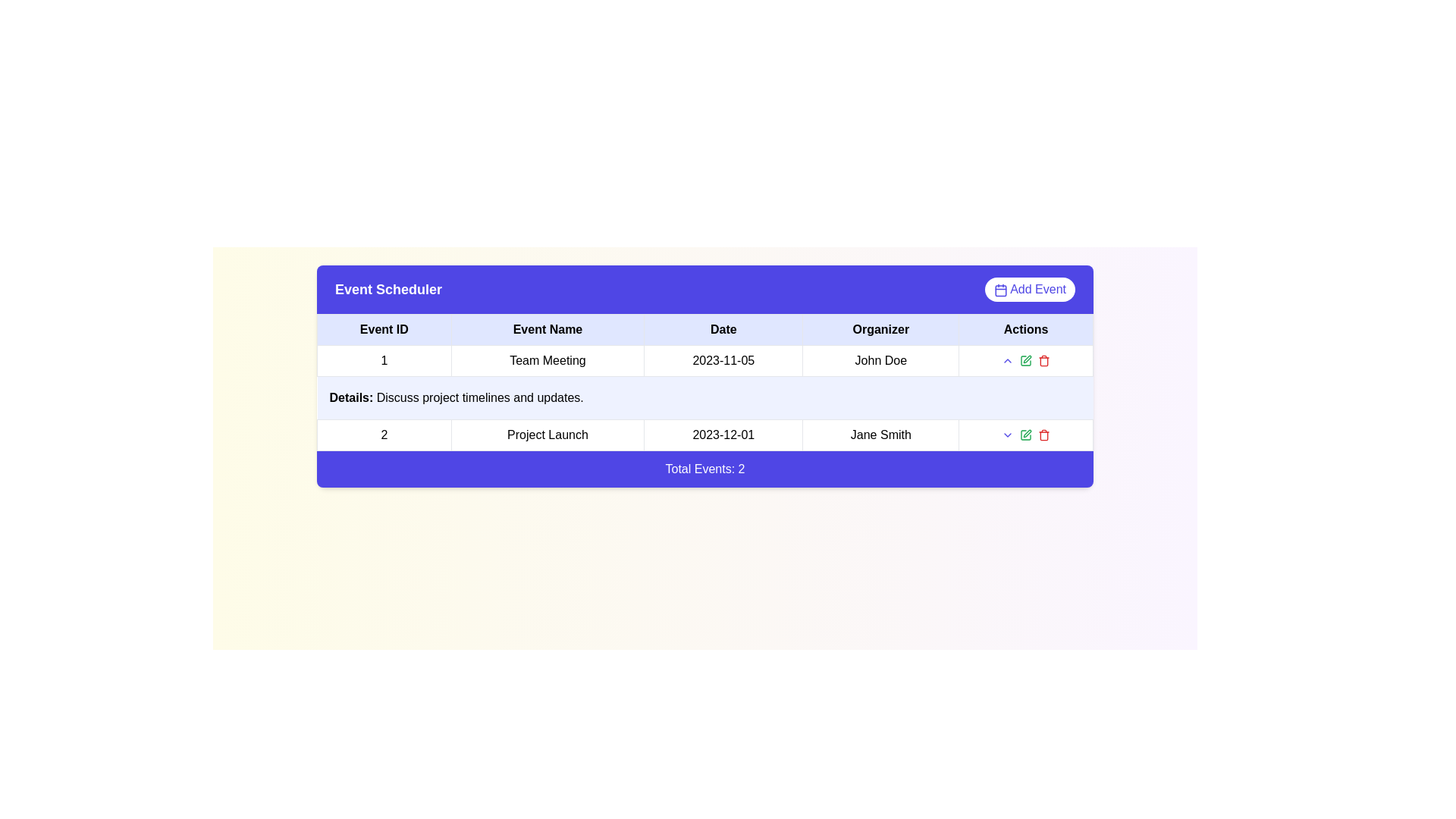 Image resolution: width=1456 pixels, height=819 pixels. Describe the element at coordinates (388, 289) in the screenshot. I see `the text label in the purple header bar that serves as the title for the event scheduler interface` at that location.